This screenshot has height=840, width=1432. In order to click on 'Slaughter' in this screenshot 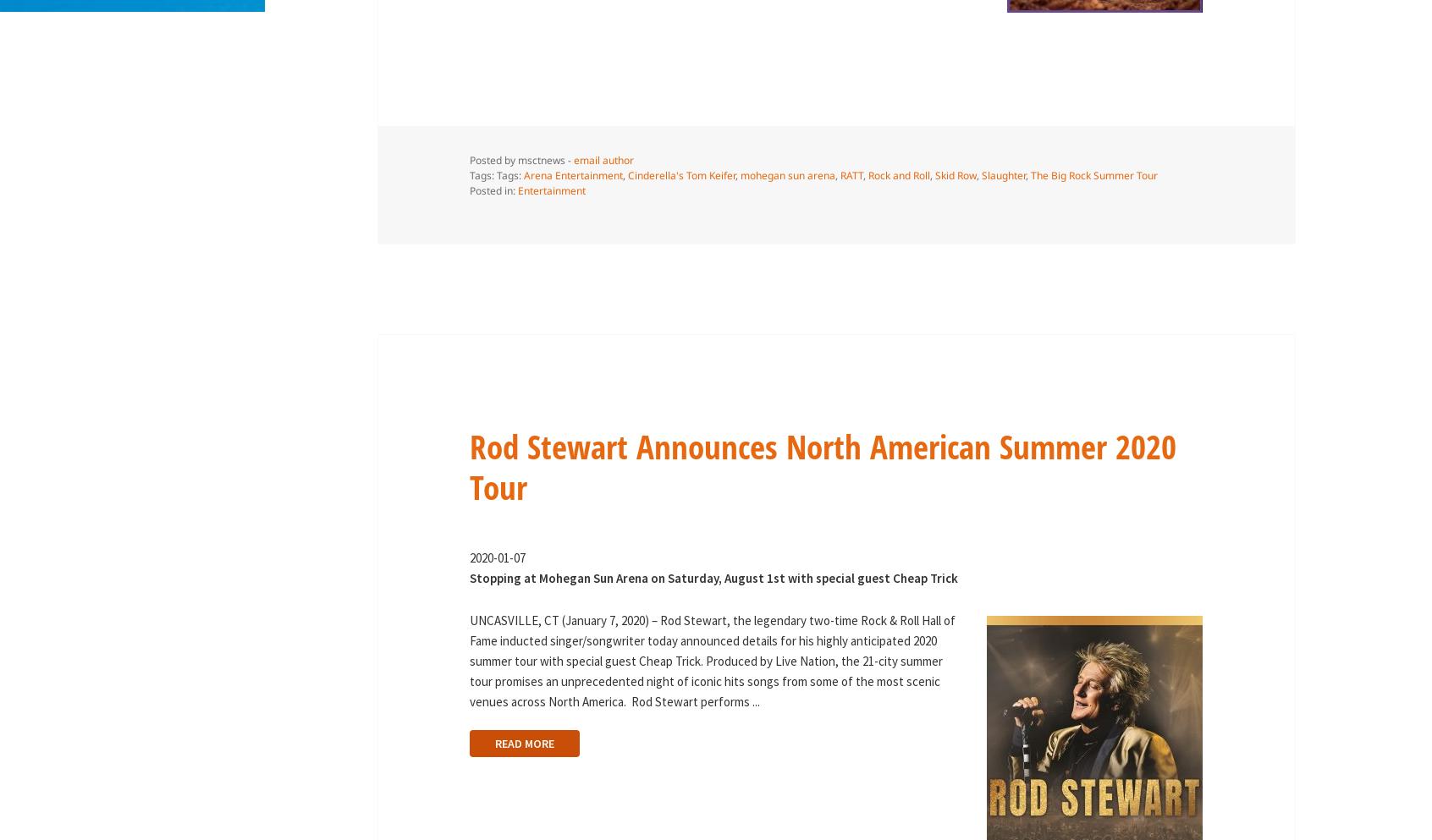, I will do `click(980, 175)`.